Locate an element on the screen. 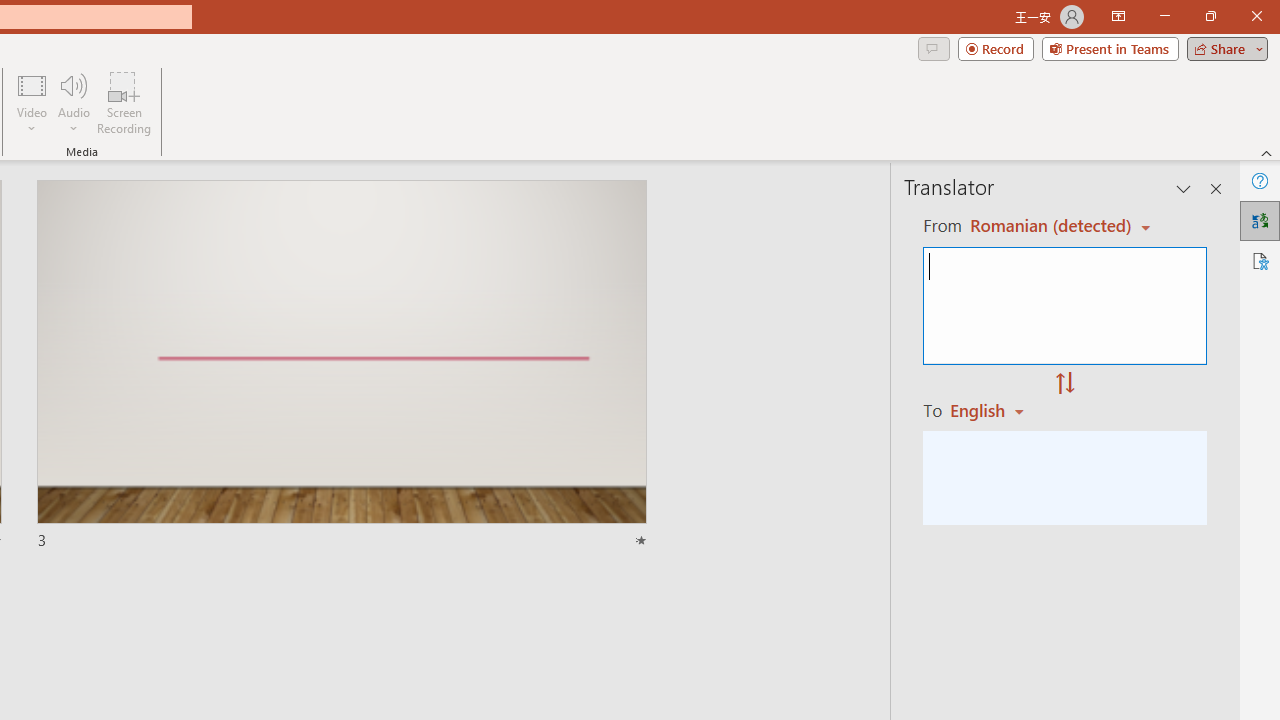 This screenshot has width=1280, height=720. 'Close pane' is located at coordinates (1215, 189).